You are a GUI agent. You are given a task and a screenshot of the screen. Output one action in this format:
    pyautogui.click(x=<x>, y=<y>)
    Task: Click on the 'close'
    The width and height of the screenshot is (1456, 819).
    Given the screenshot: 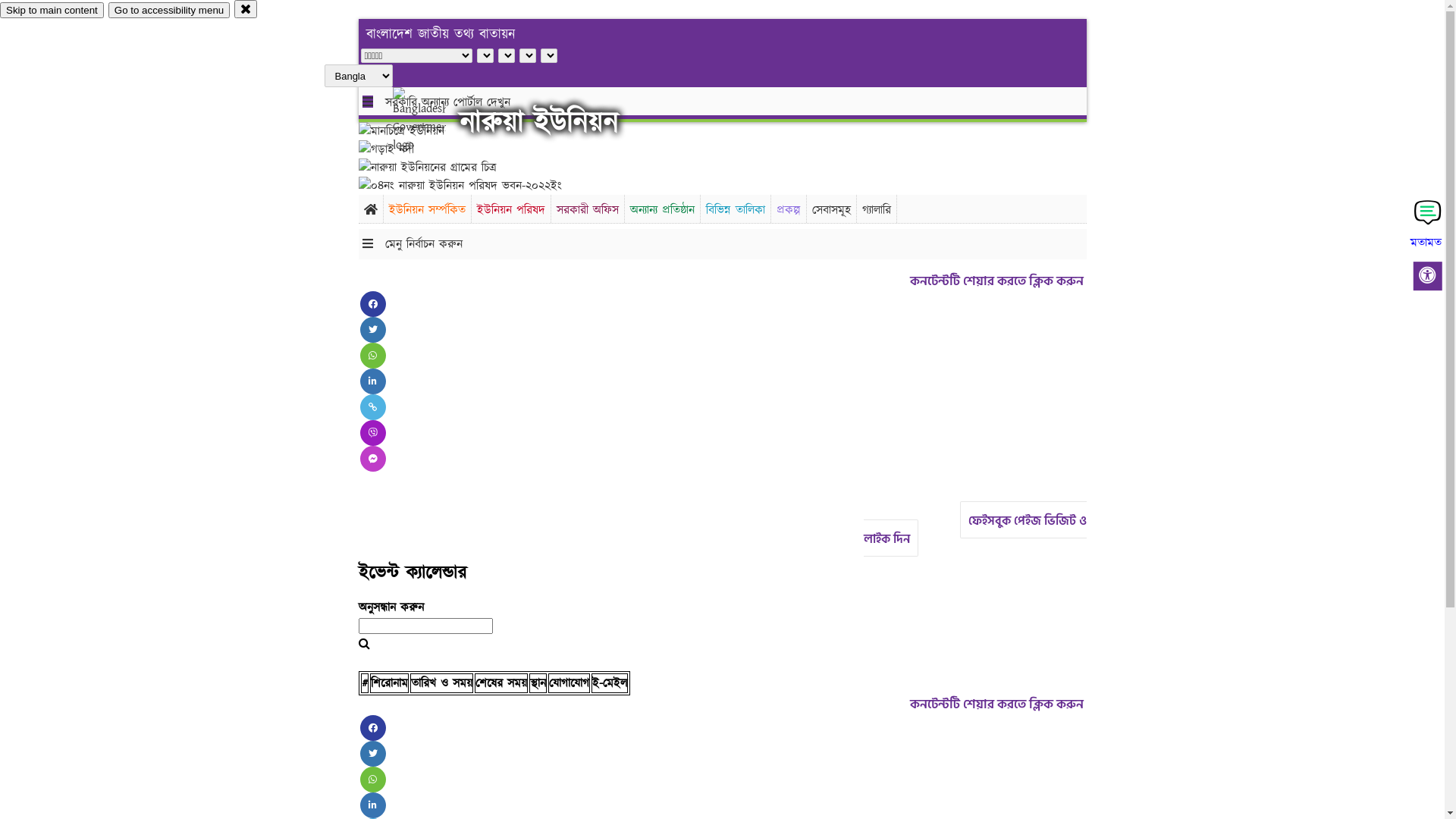 What is the action you would take?
    pyautogui.click(x=246, y=8)
    